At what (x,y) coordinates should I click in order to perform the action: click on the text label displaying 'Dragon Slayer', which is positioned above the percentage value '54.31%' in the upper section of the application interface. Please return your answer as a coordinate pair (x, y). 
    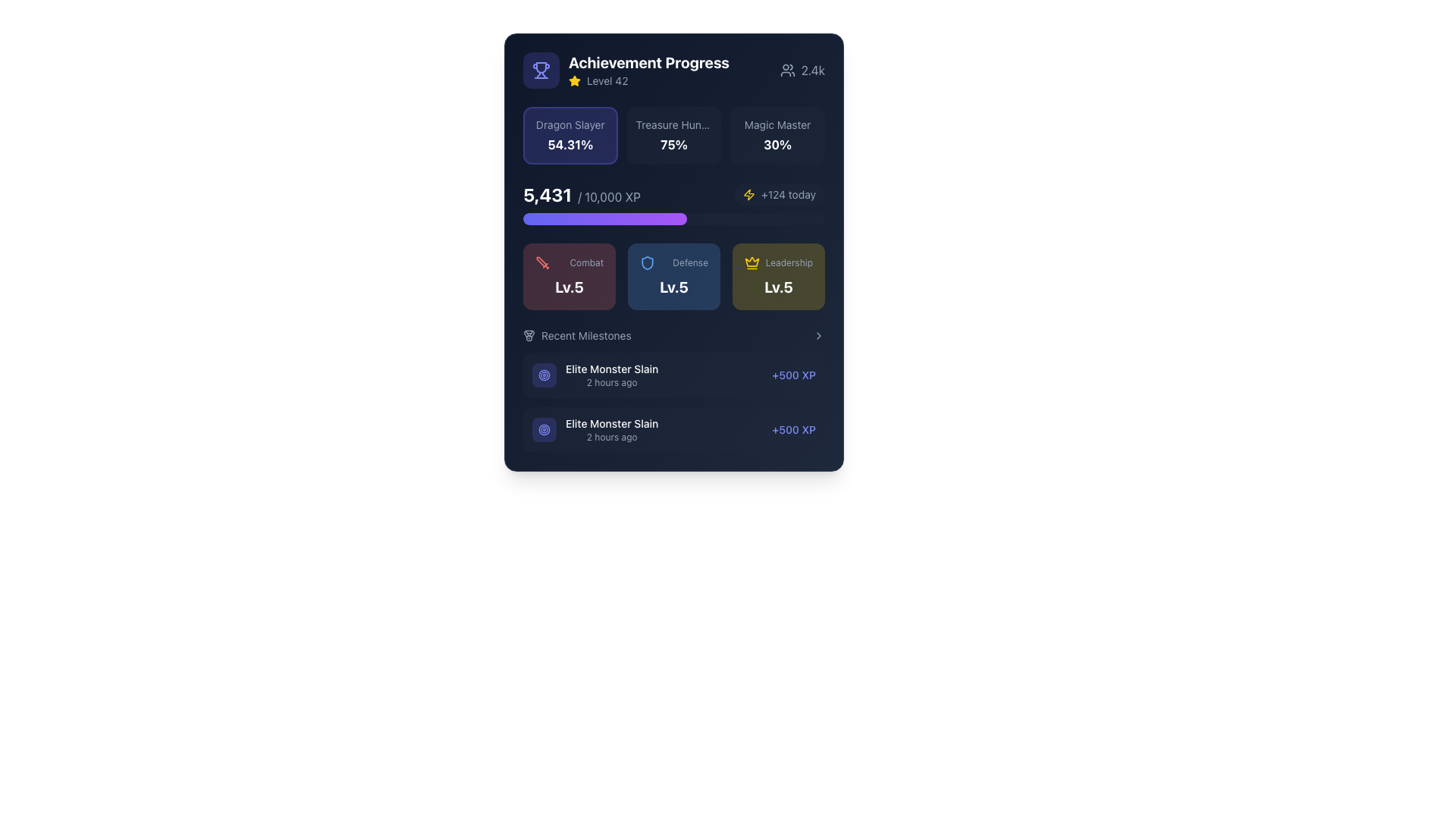
    Looking at the image, I should click on (570, 124).